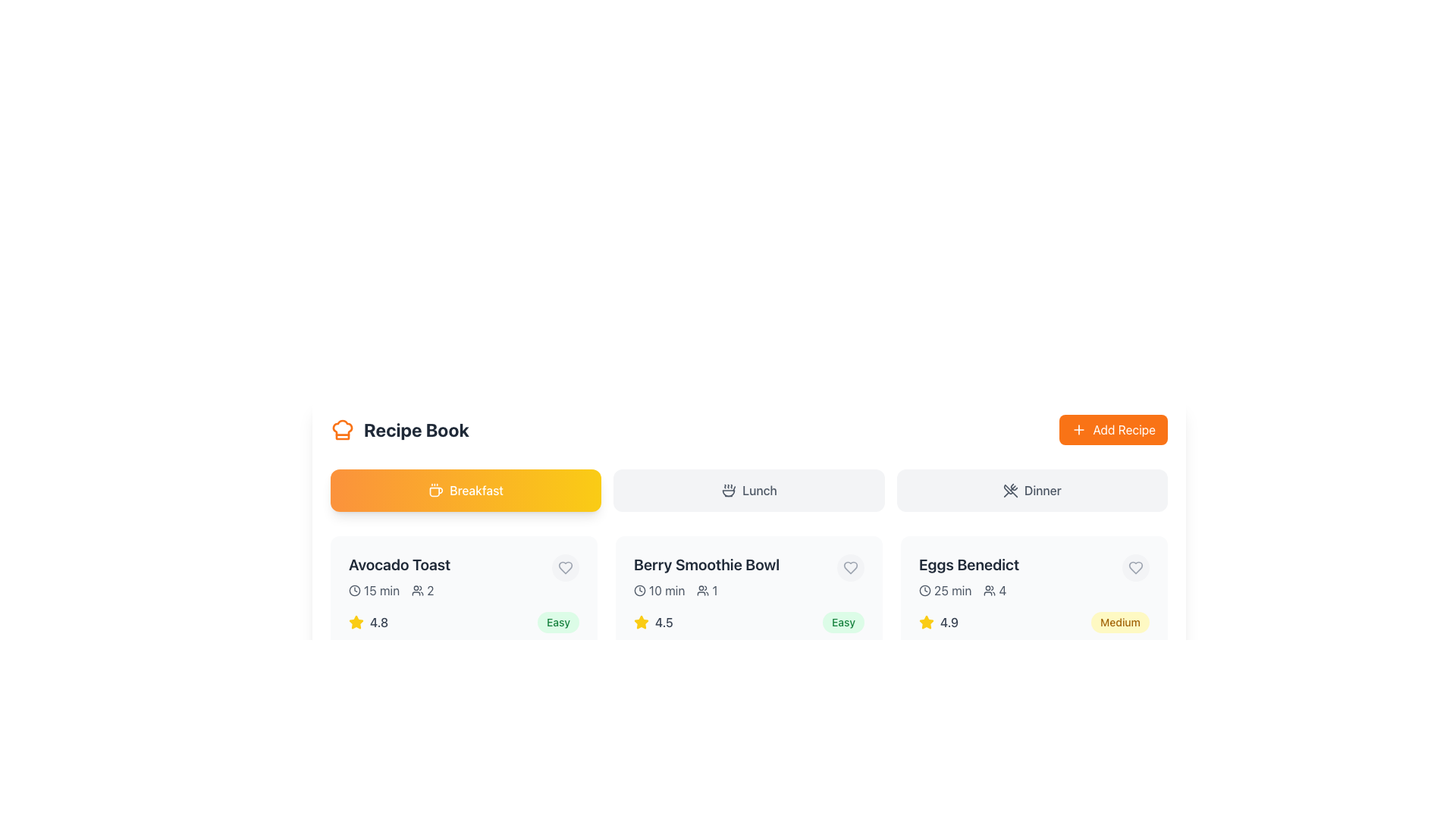 This screenshot has width=1456, height=819. Describe the element at coordinates (422, 590) in the screenshot. I see `the static text label displaying the number '2' indicating the count of participants, which is located adjacent to the user icon in the Avocado Toast dish card` at that location.